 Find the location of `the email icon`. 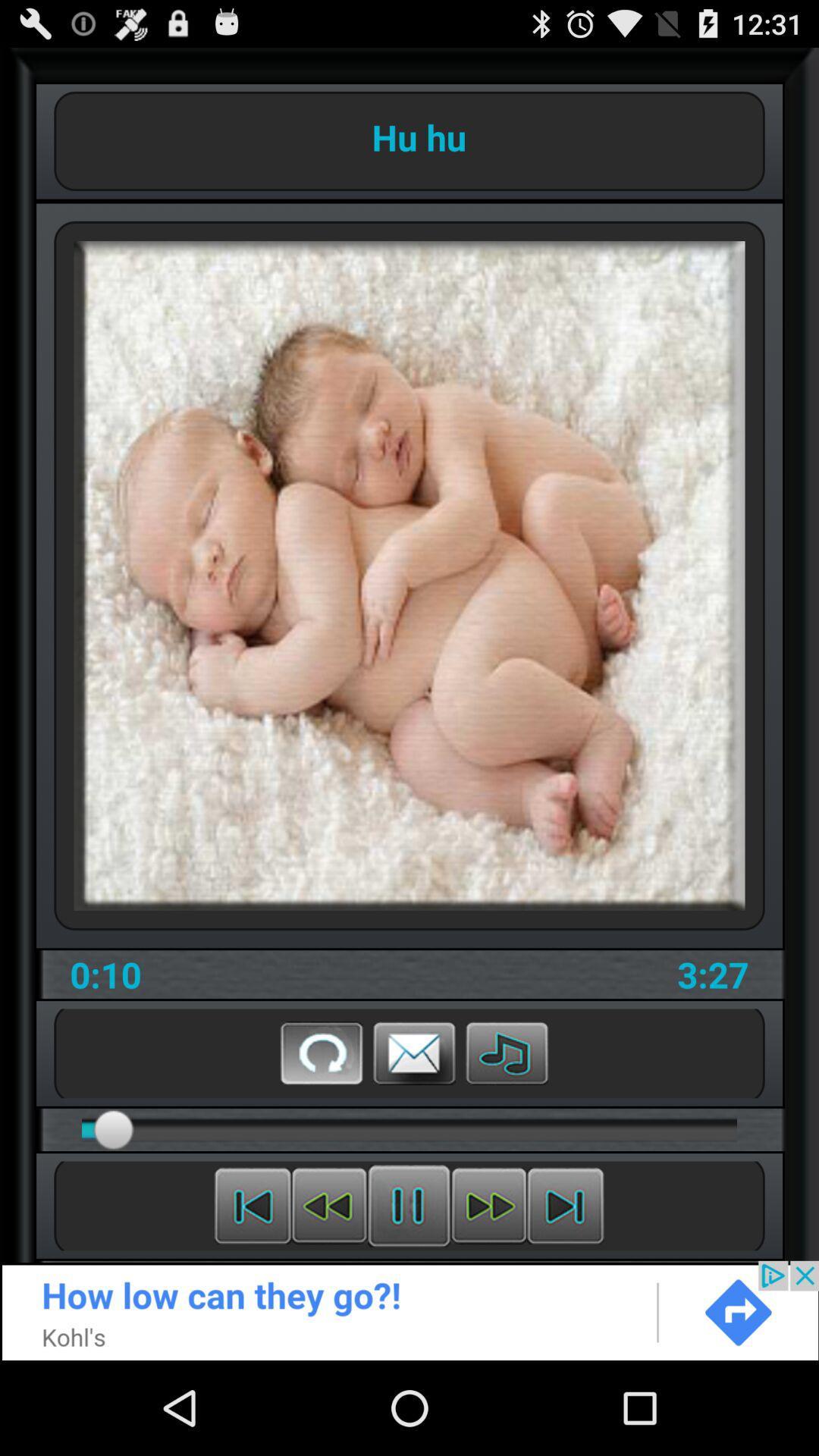

the email icon is located at coordinates (414, 1127).